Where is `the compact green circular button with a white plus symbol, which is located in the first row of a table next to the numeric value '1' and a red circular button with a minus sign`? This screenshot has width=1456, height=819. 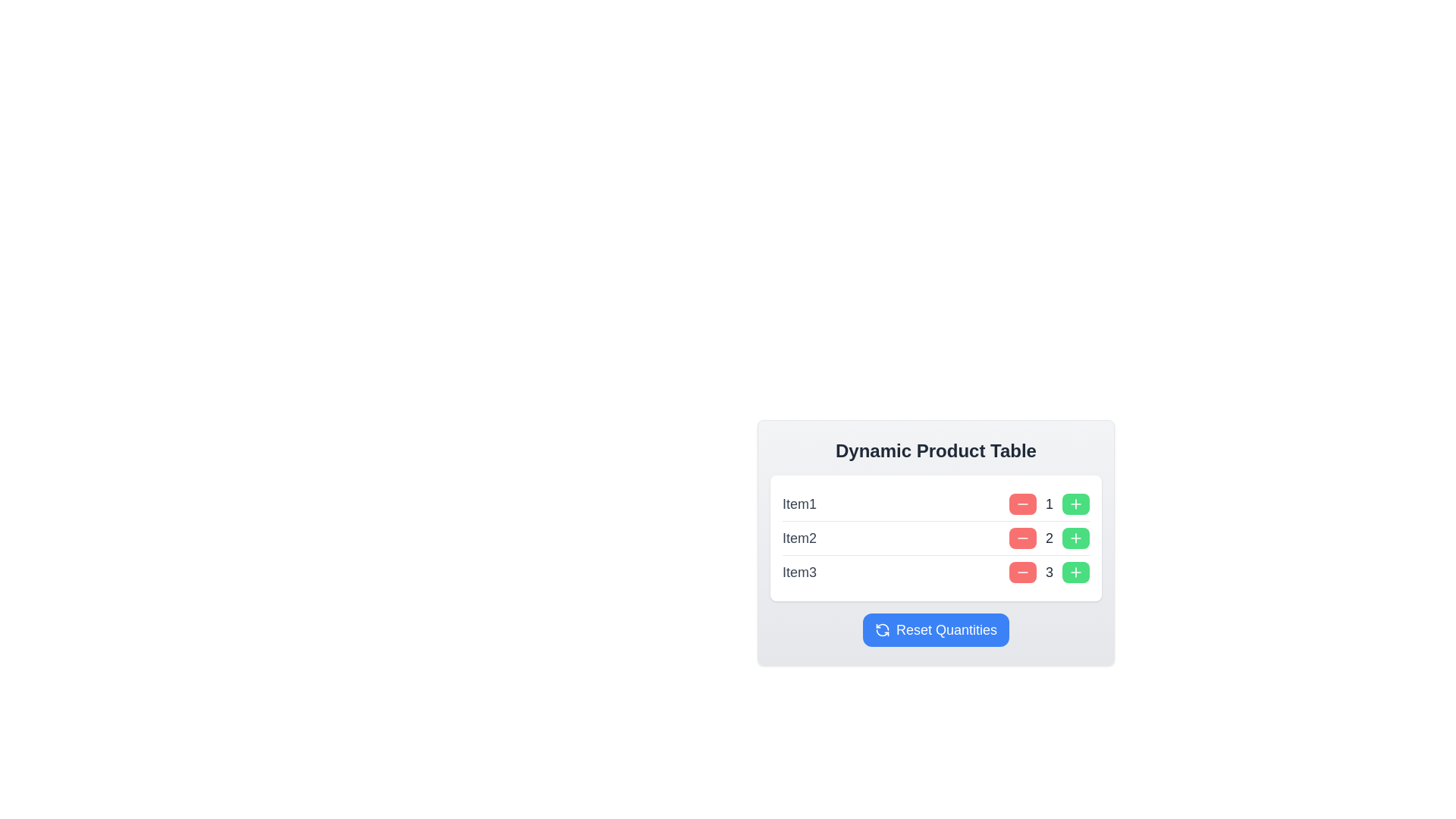 the compact green circular button with a white plus symbol, which is located in the first row of a table next to the numeric value '1' and a red circular button with a minus sign is located at coordinates (1075, 504).